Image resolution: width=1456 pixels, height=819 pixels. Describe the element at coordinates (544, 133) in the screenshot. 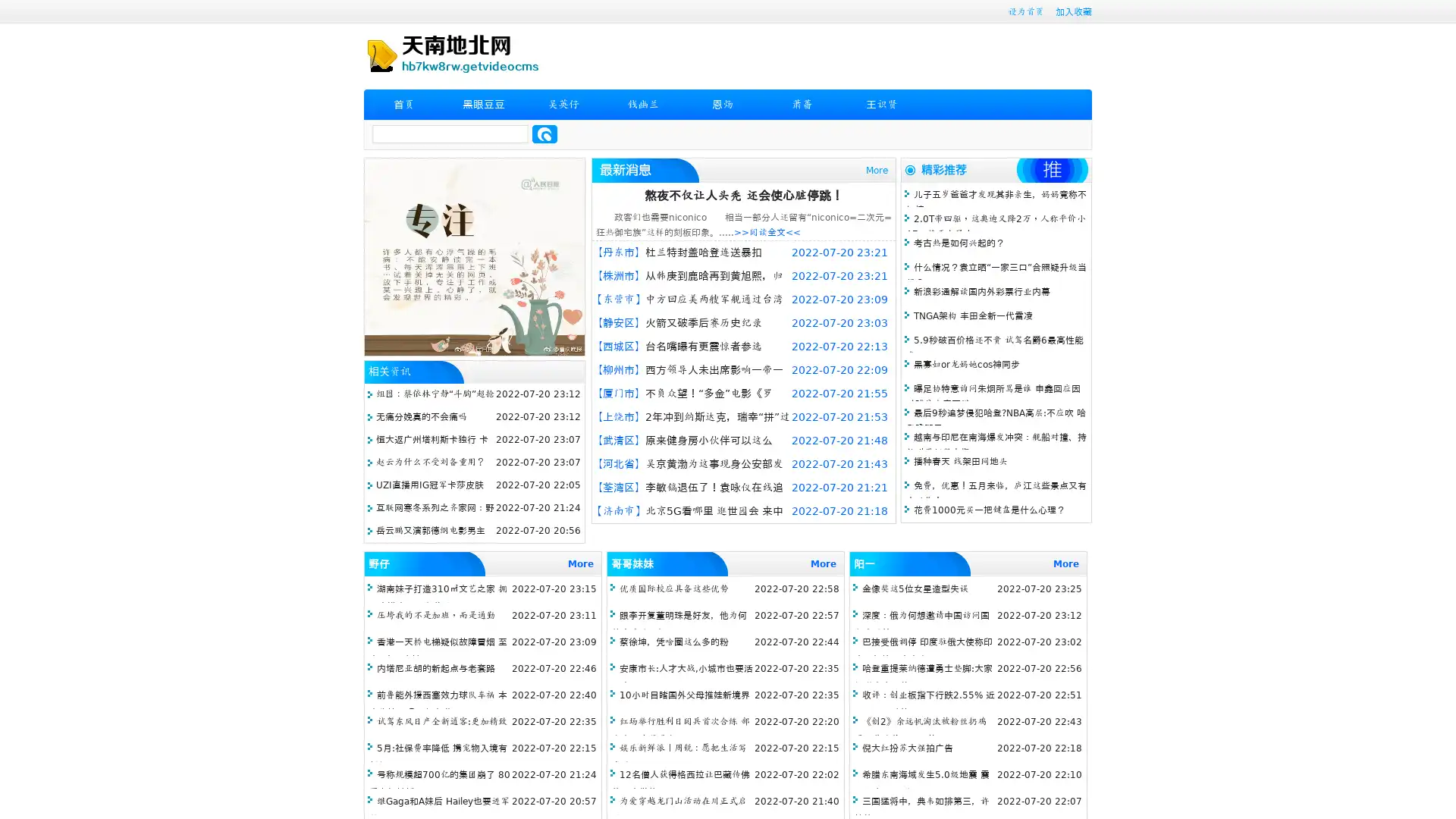

I see `Search` at that location.